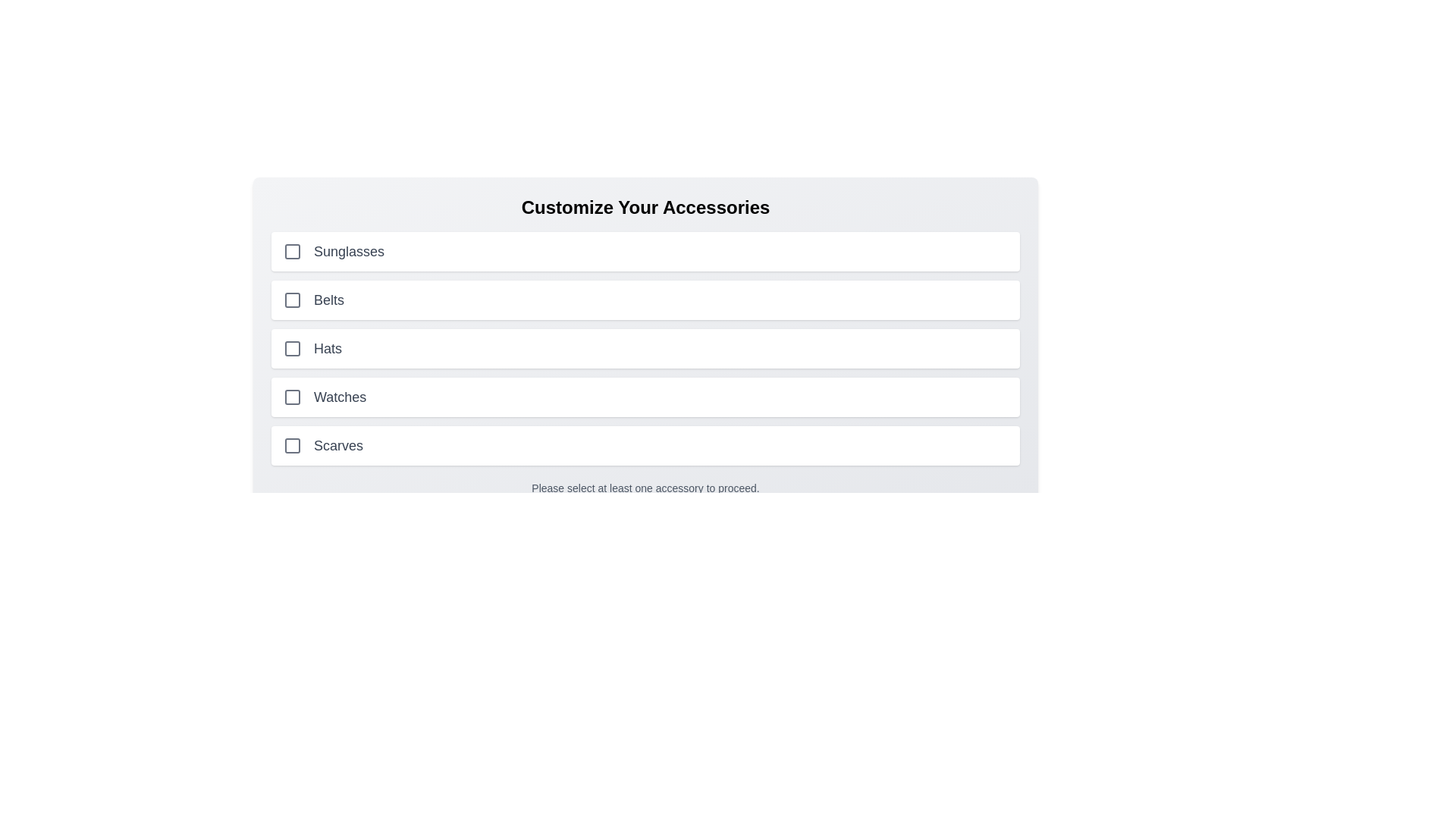  I want to click on the checkbox in the 'Watches' row, so click(292, 397).